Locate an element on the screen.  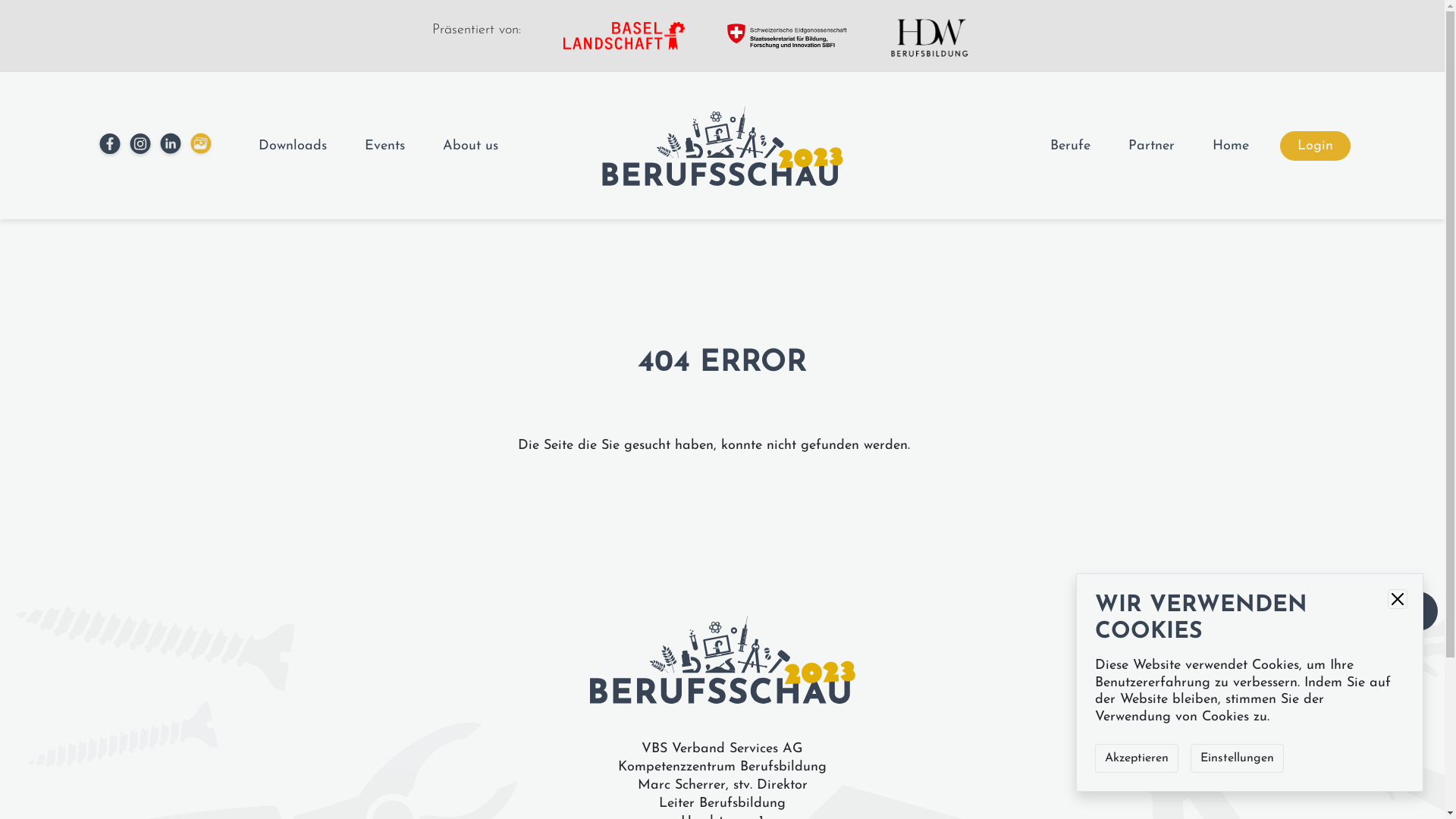
'Berufe' is located at coordinates (1068, 145).